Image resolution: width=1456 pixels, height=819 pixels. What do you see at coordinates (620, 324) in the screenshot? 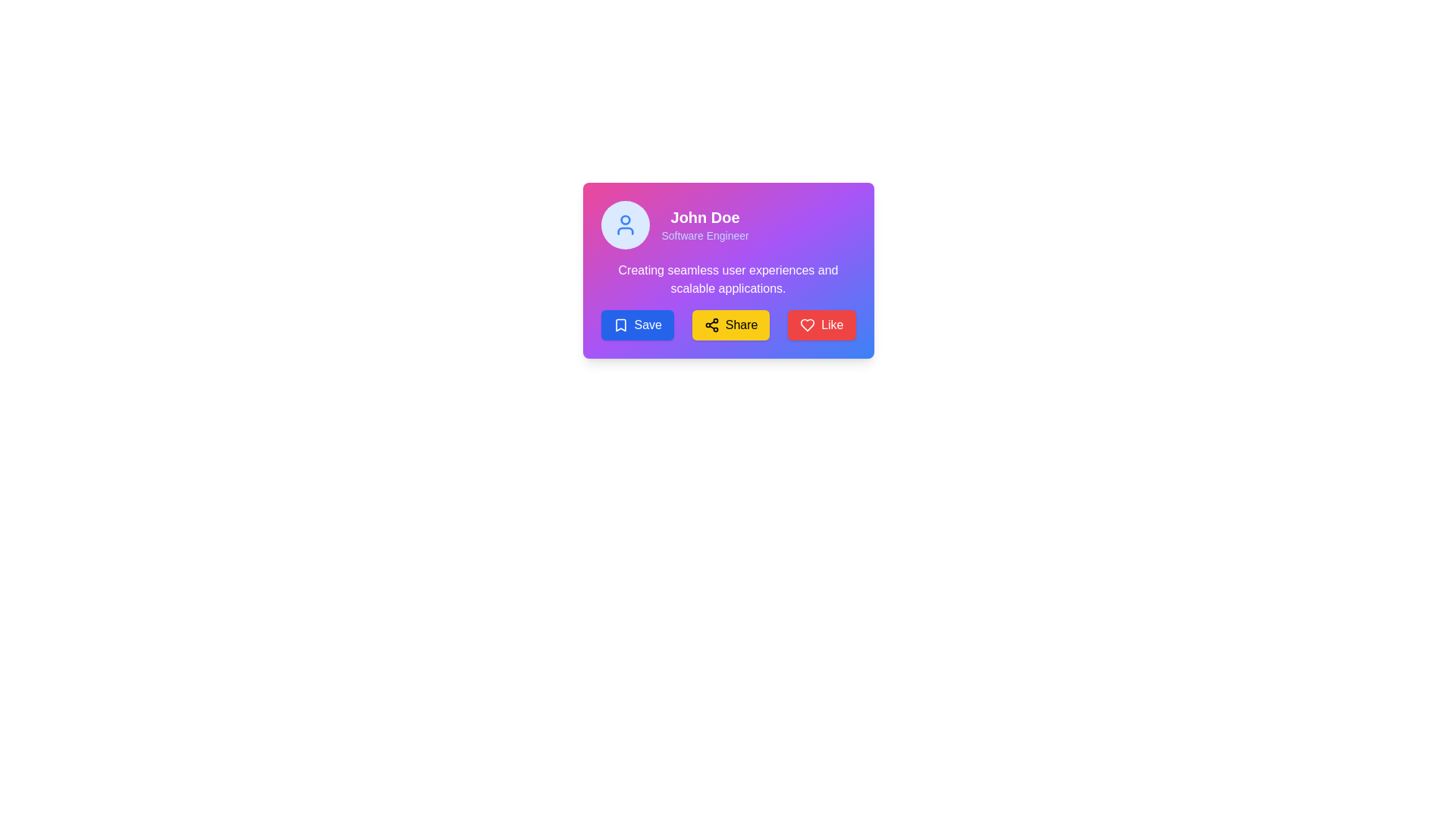
I see `the bookmark-shaped icon with a blue outline located at the top portion of the buttons within a card-like UI component` at bounding box center [620, 324].